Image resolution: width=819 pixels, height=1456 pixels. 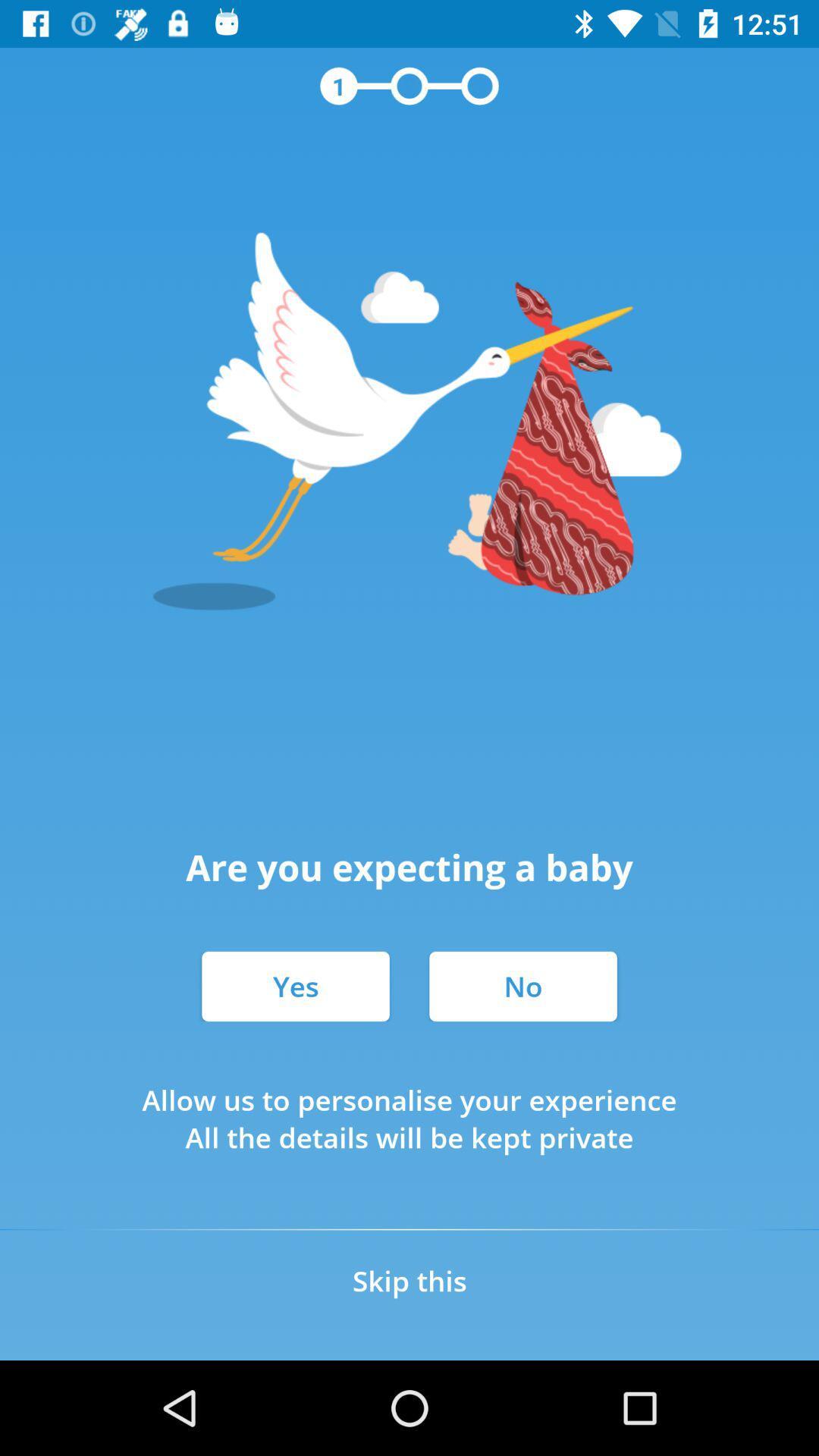 I want to click on icon to the left of no item, so click(x=295, y=986).